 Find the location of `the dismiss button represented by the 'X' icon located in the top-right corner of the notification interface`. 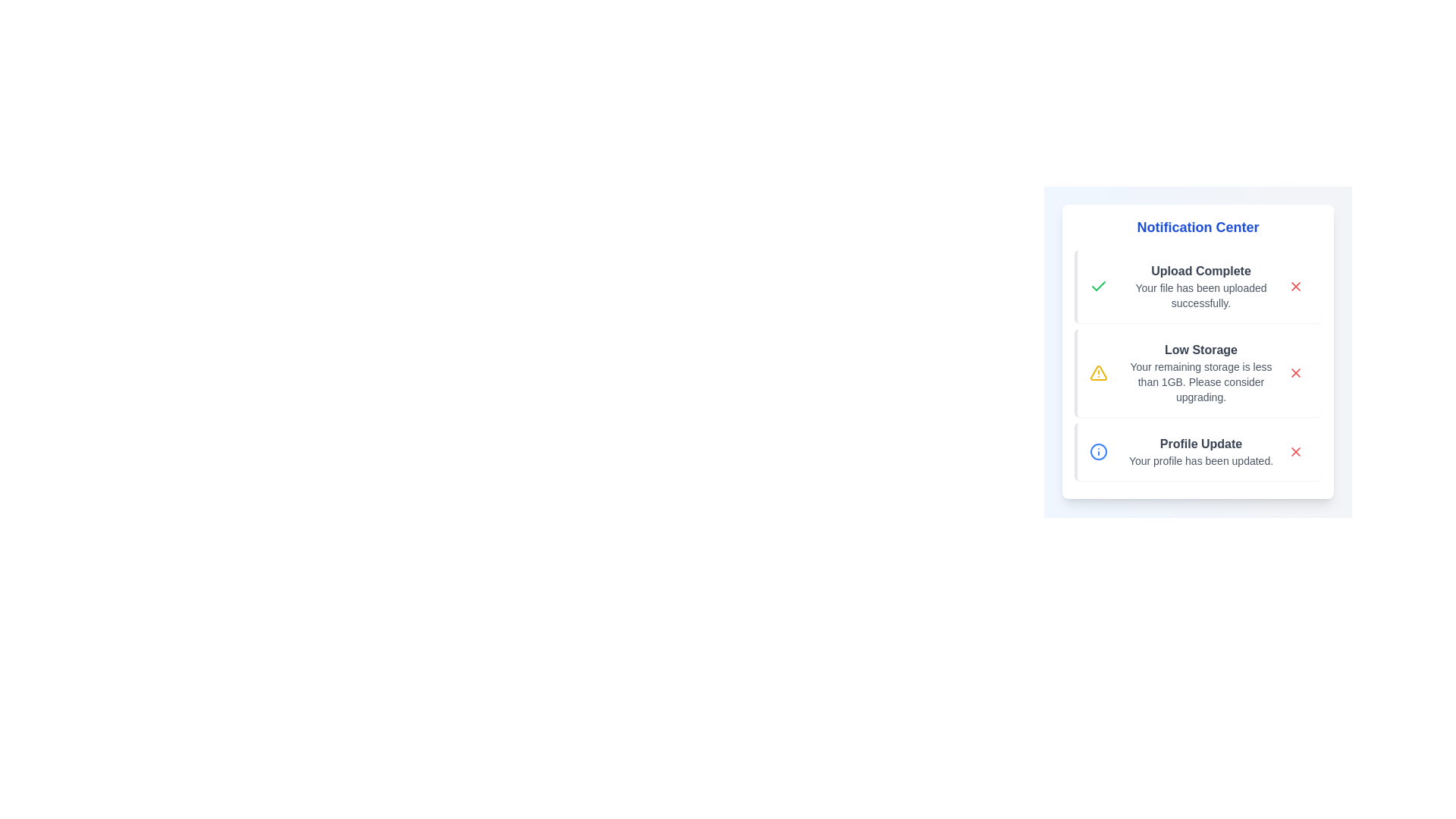

the dismiss button represented by the 'X' icon located in the top-right corner of the notification interface is located at coordinates (1294, 373).